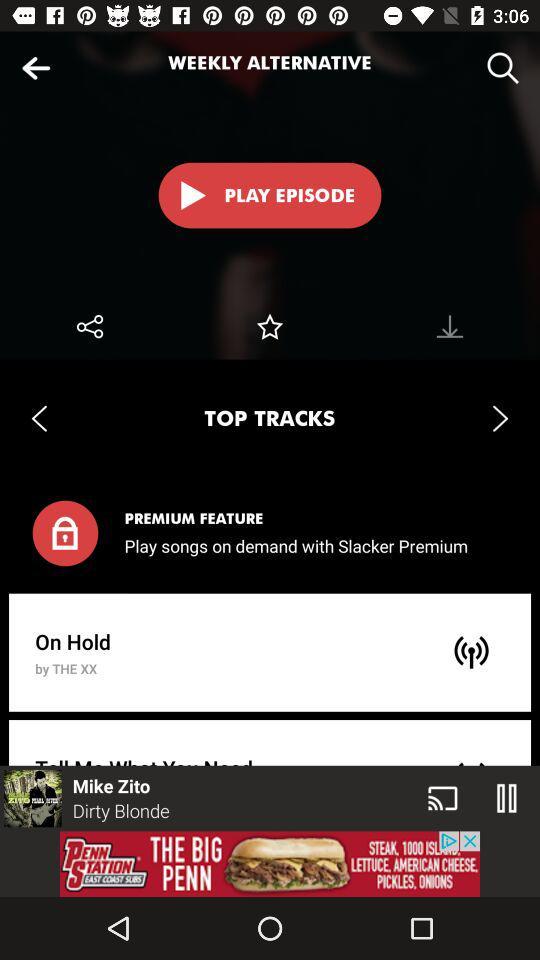 The image size is (540, 960). What do you see at coordinates (270, 863) in the screenshot?
I see `advertisement` at bounding box center [270, 863].